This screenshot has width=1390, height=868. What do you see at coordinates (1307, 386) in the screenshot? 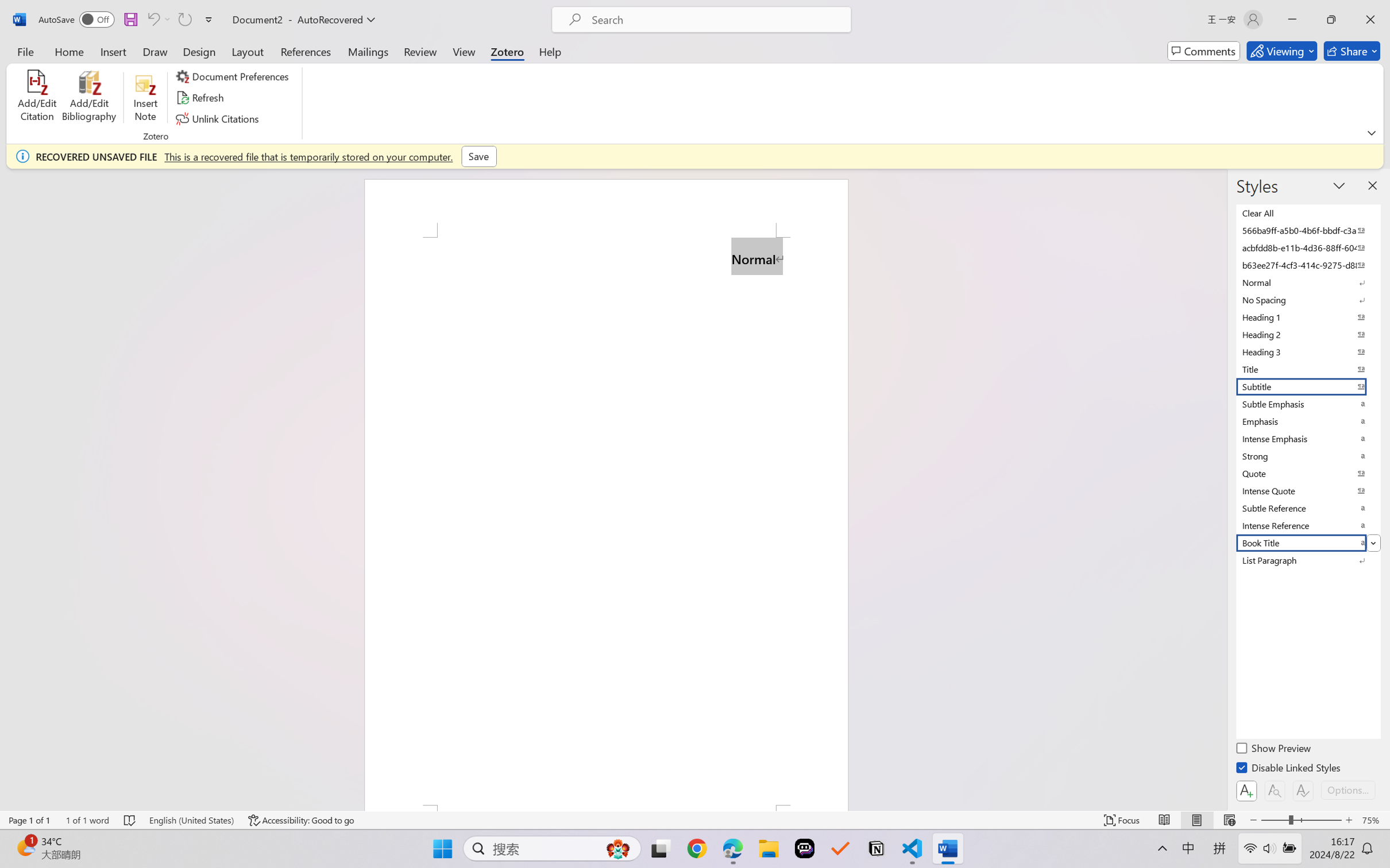
I see `'Subtitle'` at bounding box center [1307, 386].